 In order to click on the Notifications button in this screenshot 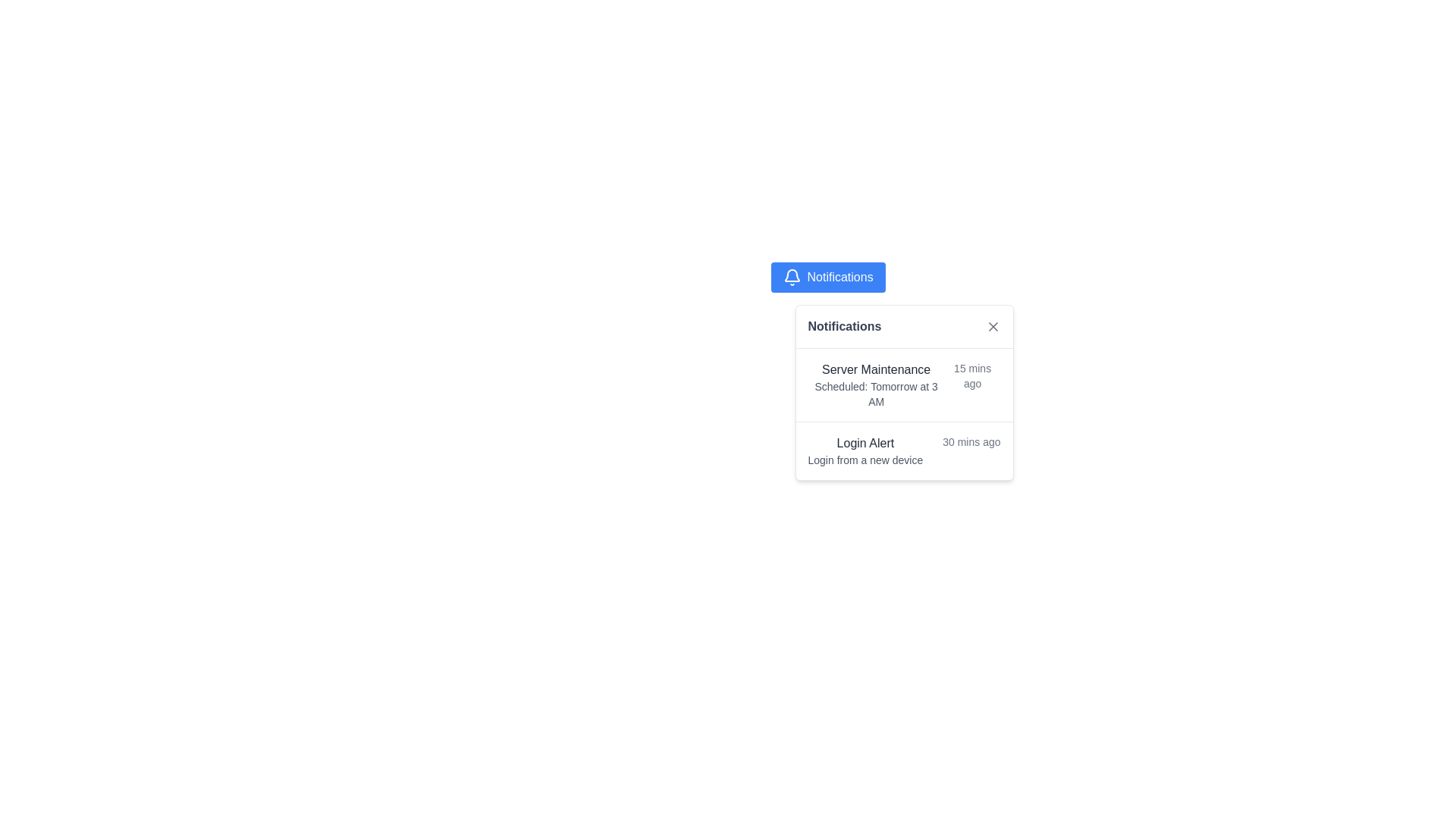, I will do `click(791, 275)`.